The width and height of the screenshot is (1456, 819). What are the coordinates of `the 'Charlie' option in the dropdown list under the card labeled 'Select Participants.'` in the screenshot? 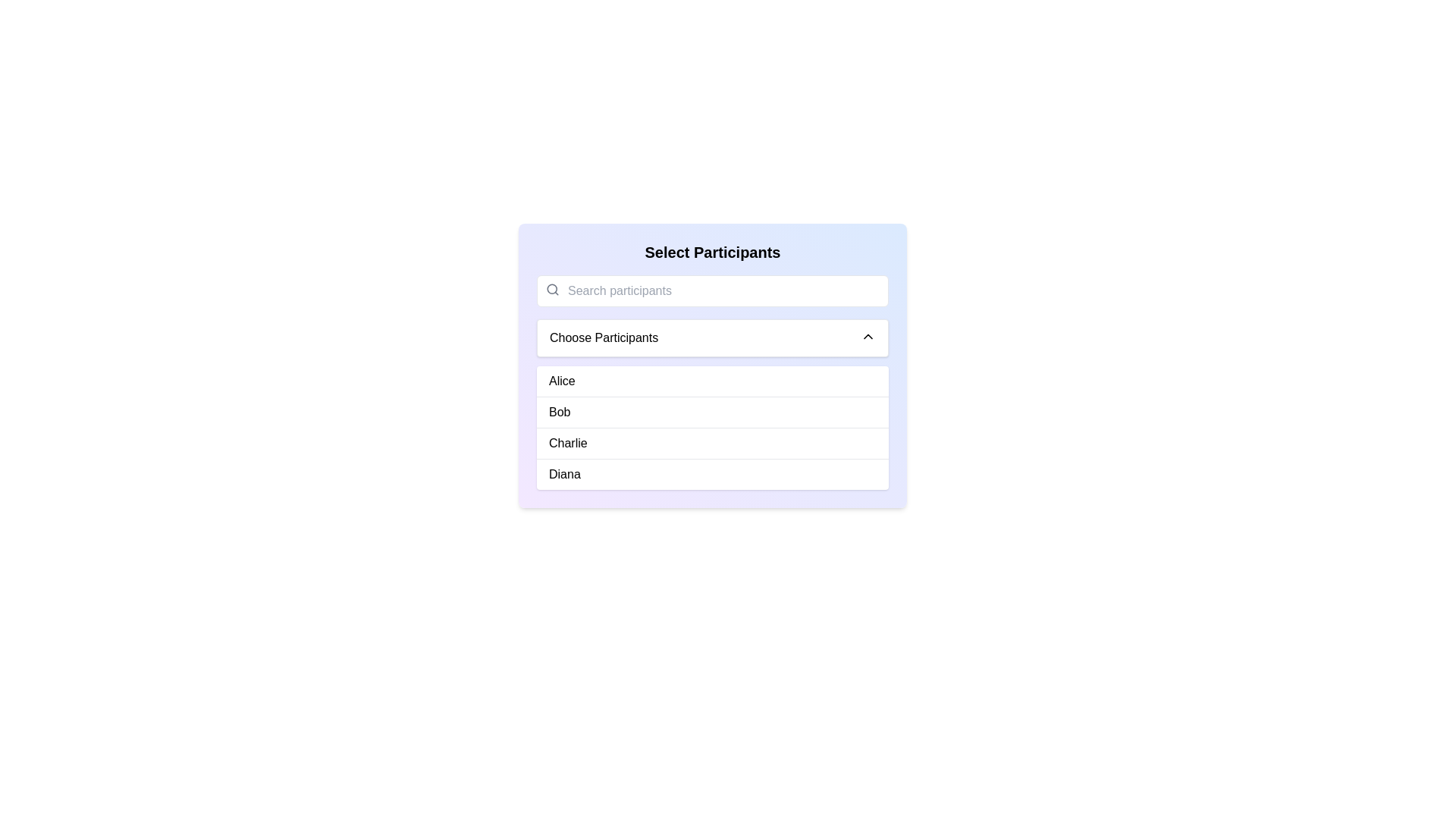 It's located at (567, 444).